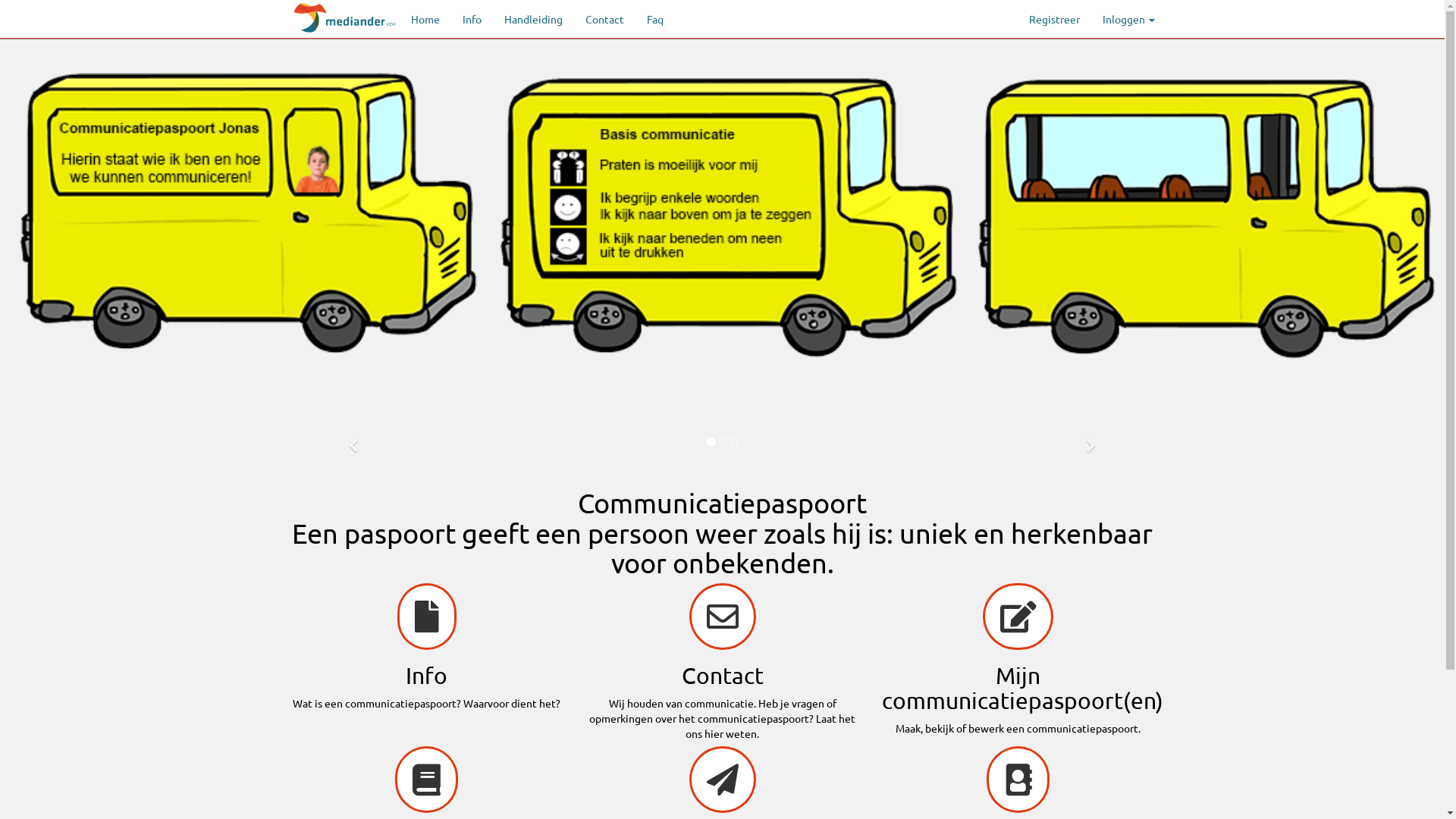 The image size is (1456, 819). I want to click on 'Info, so click(425, 648).